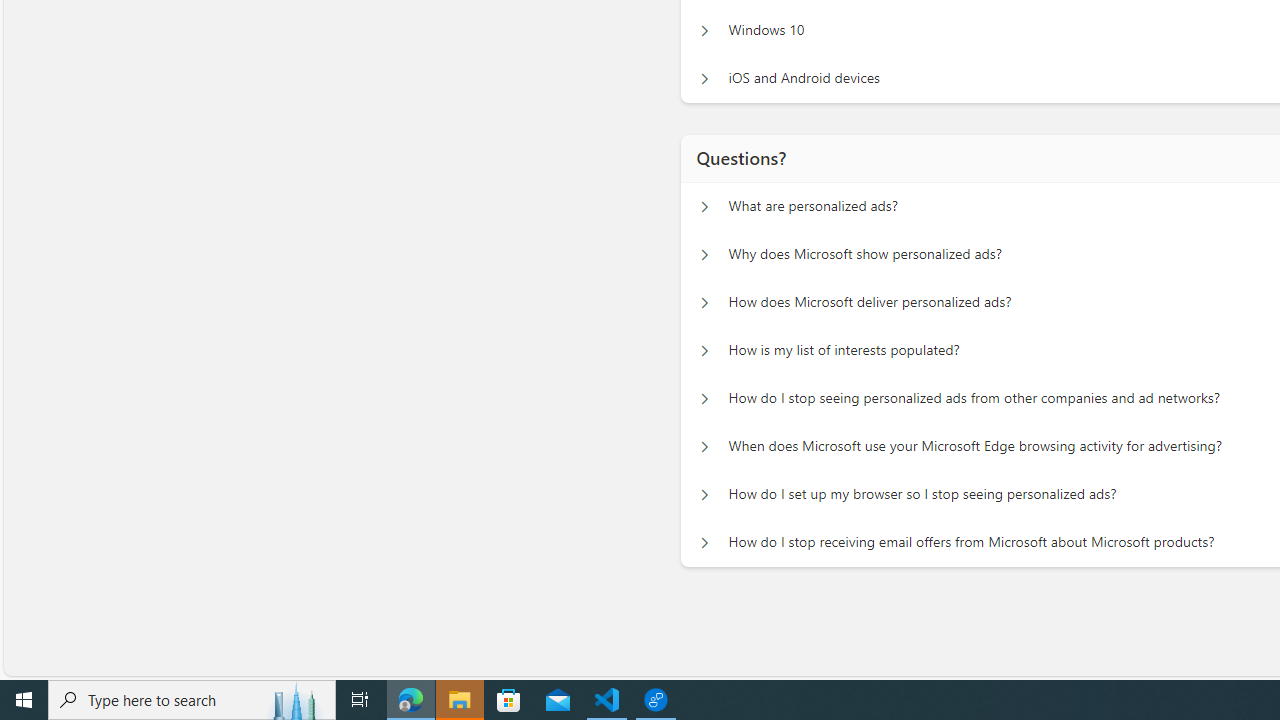  I want to click on 'Questions? How is my list of interests populated?', so click(704, 350).